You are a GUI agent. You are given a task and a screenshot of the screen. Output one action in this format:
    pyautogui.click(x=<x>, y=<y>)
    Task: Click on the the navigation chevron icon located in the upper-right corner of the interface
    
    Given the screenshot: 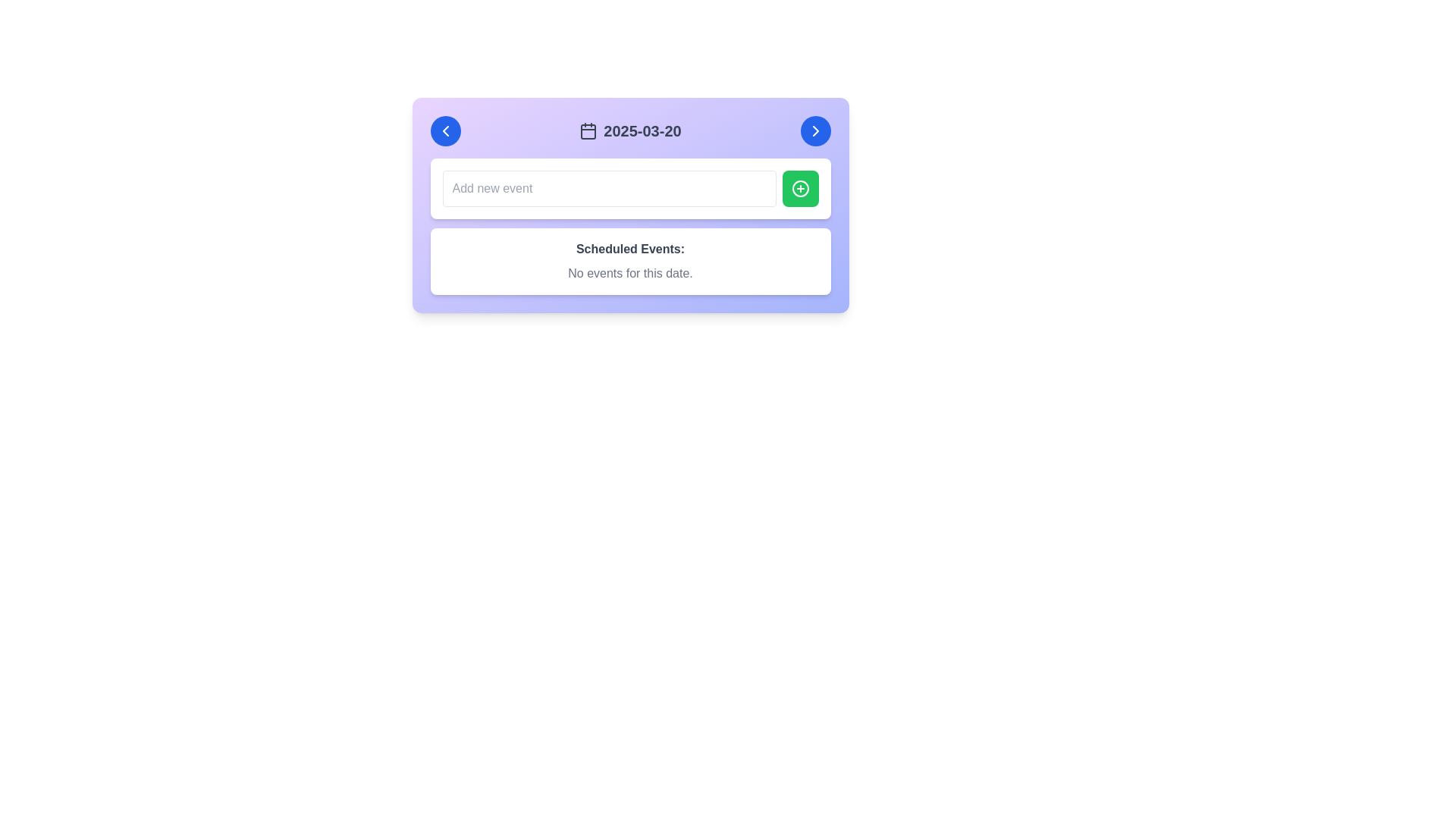 What is the action you would take?
    pyautogui.click(x=814, y=130)
    